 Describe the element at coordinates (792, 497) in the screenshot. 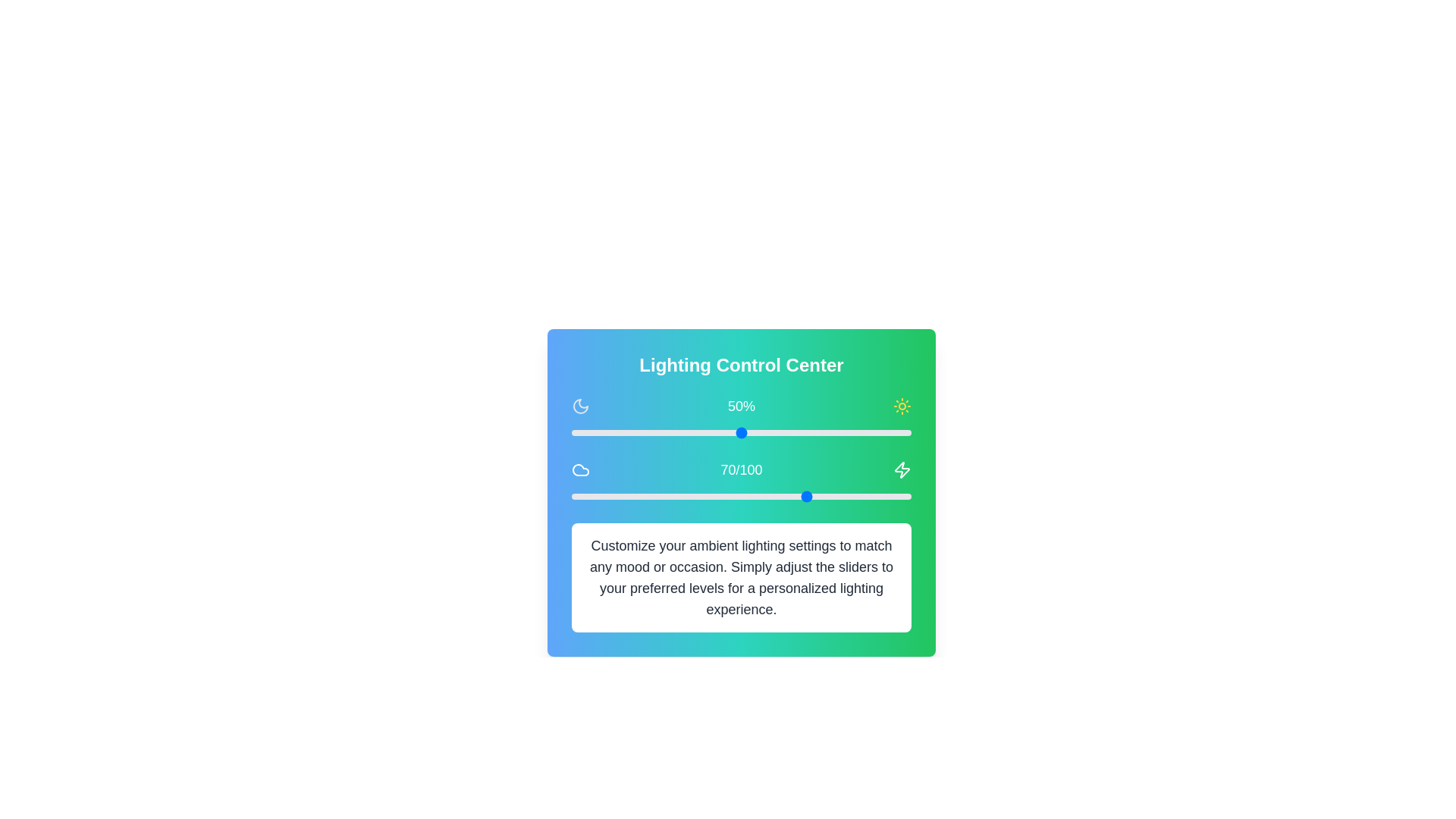

I see `the warmth slider to set the warmth level to 65 (0-100)` at that location.